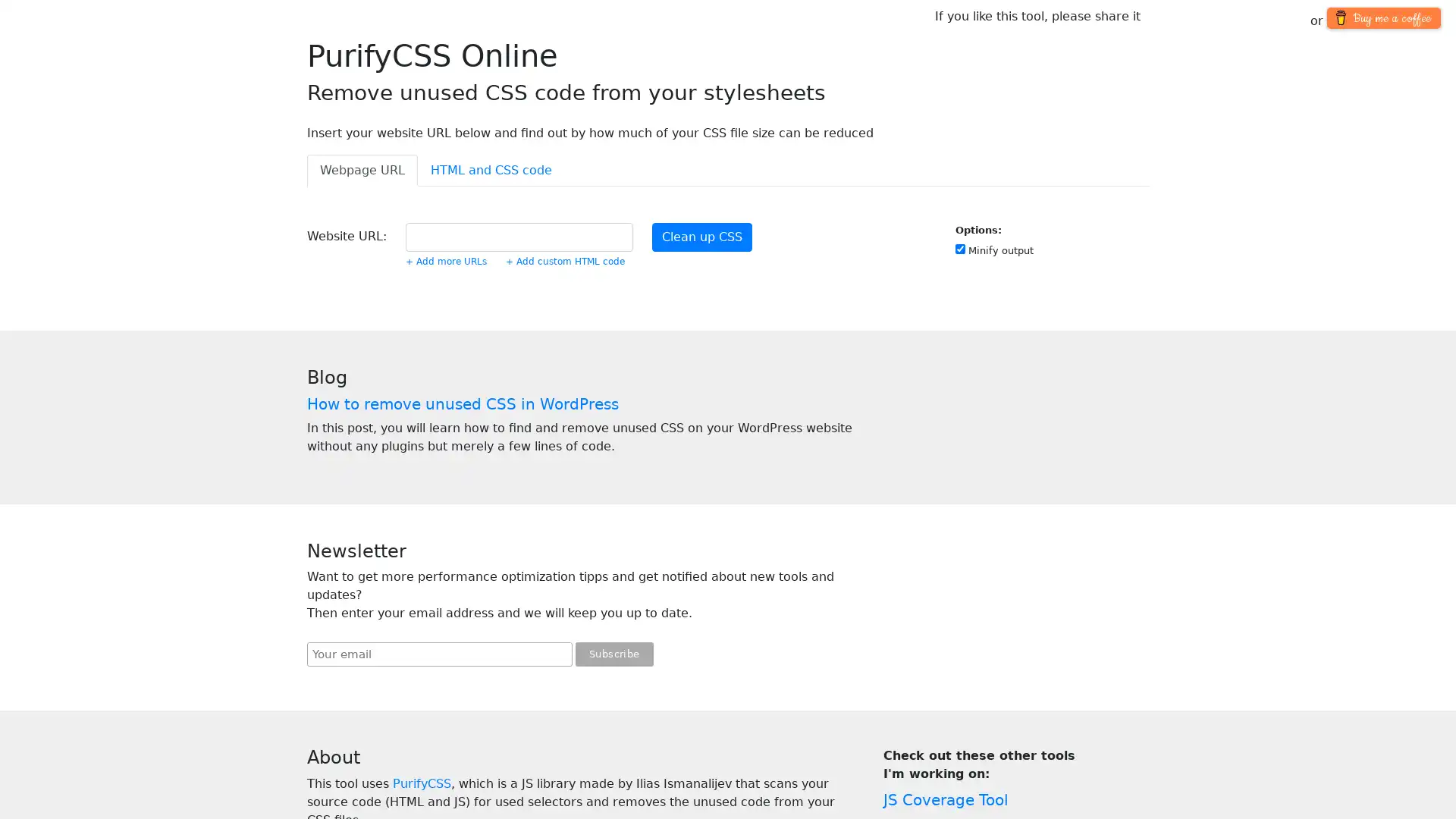 The image size is (1456, 819). I want to click on Clean up CSS, so click(701, 237).